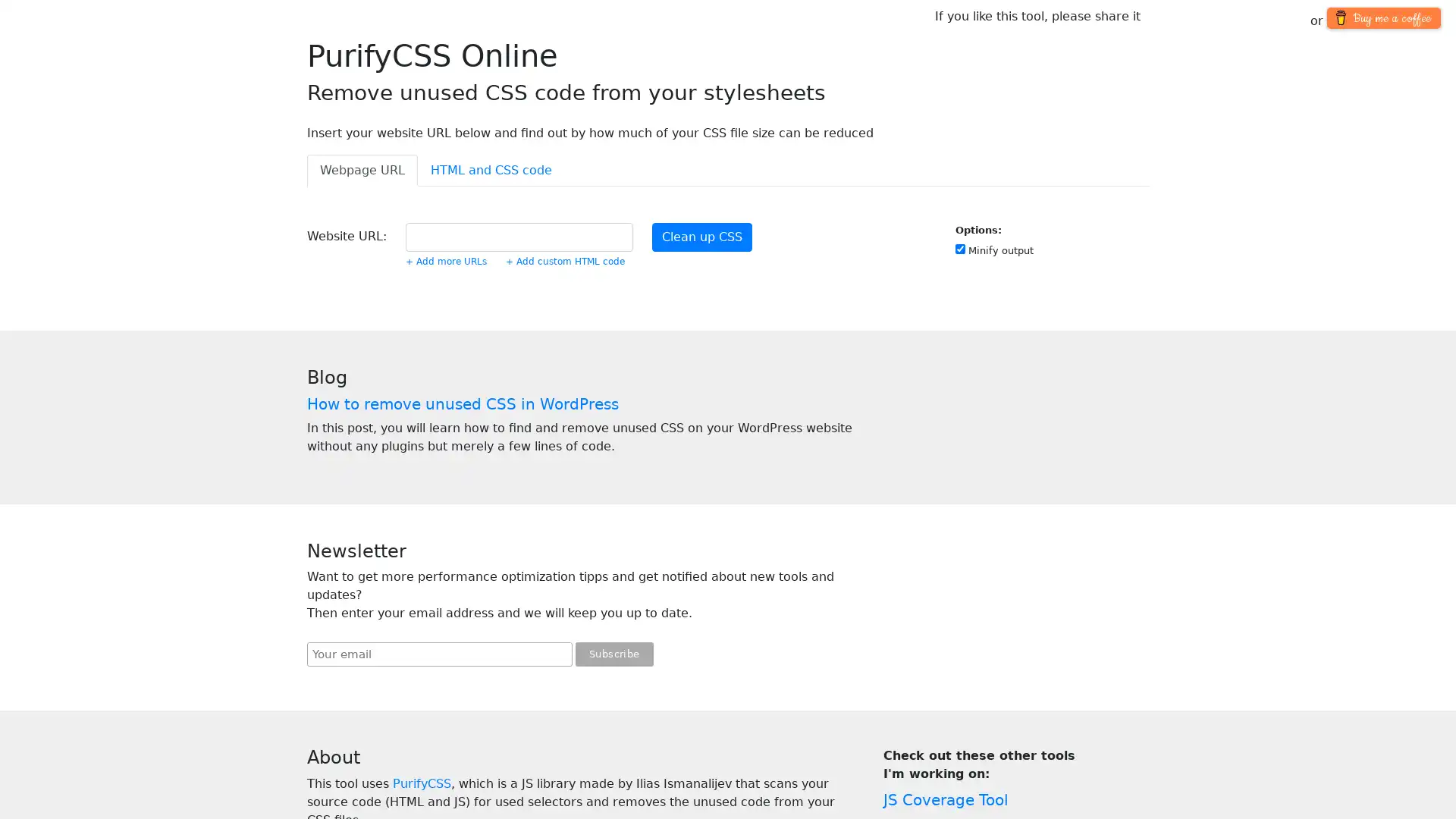 The image size is (1456, 819). I want to click on Clean up CSS, so click(701, 237).